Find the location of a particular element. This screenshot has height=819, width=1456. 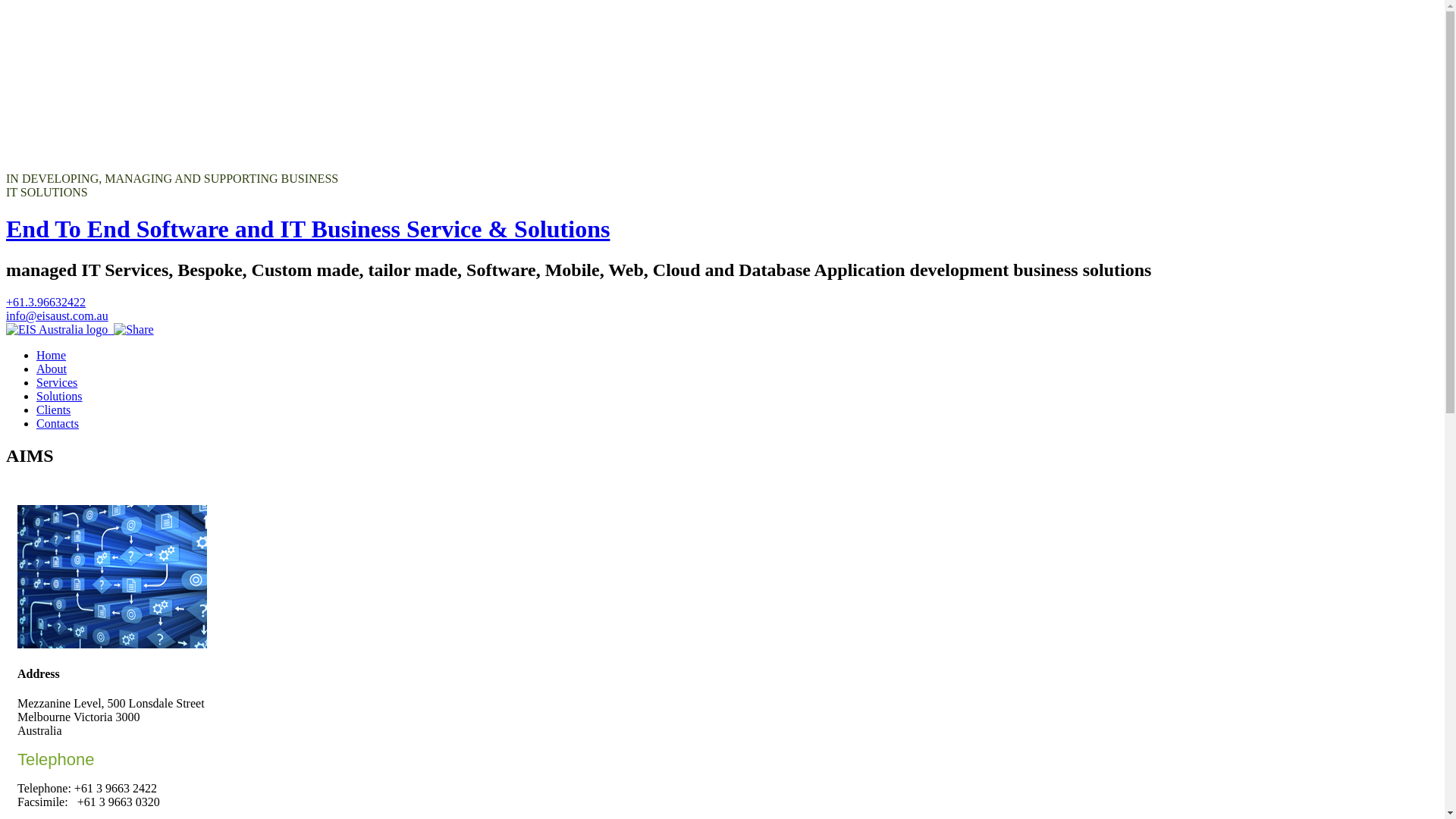

'Contacts' is located at coordinates (58, 423).